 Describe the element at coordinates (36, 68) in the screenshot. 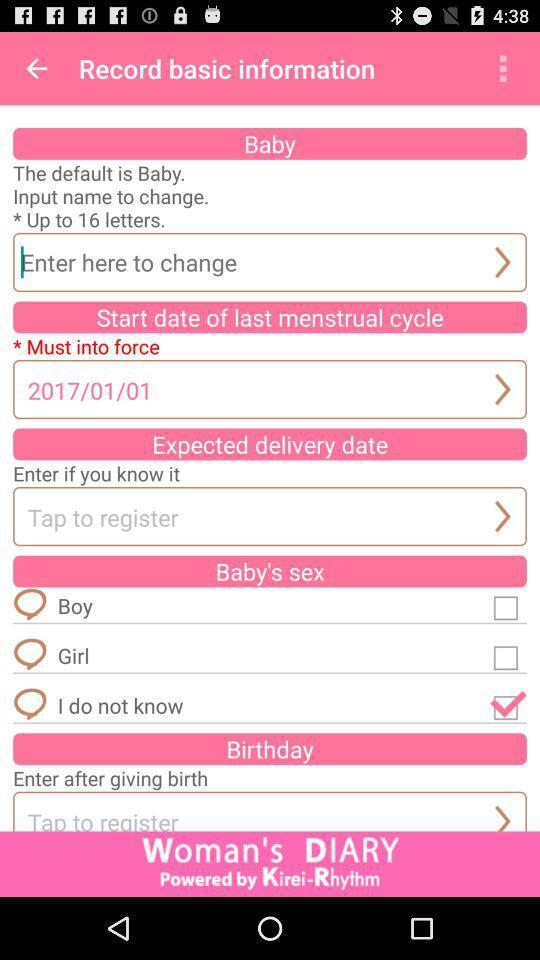

I see `icon above baby` at that location.